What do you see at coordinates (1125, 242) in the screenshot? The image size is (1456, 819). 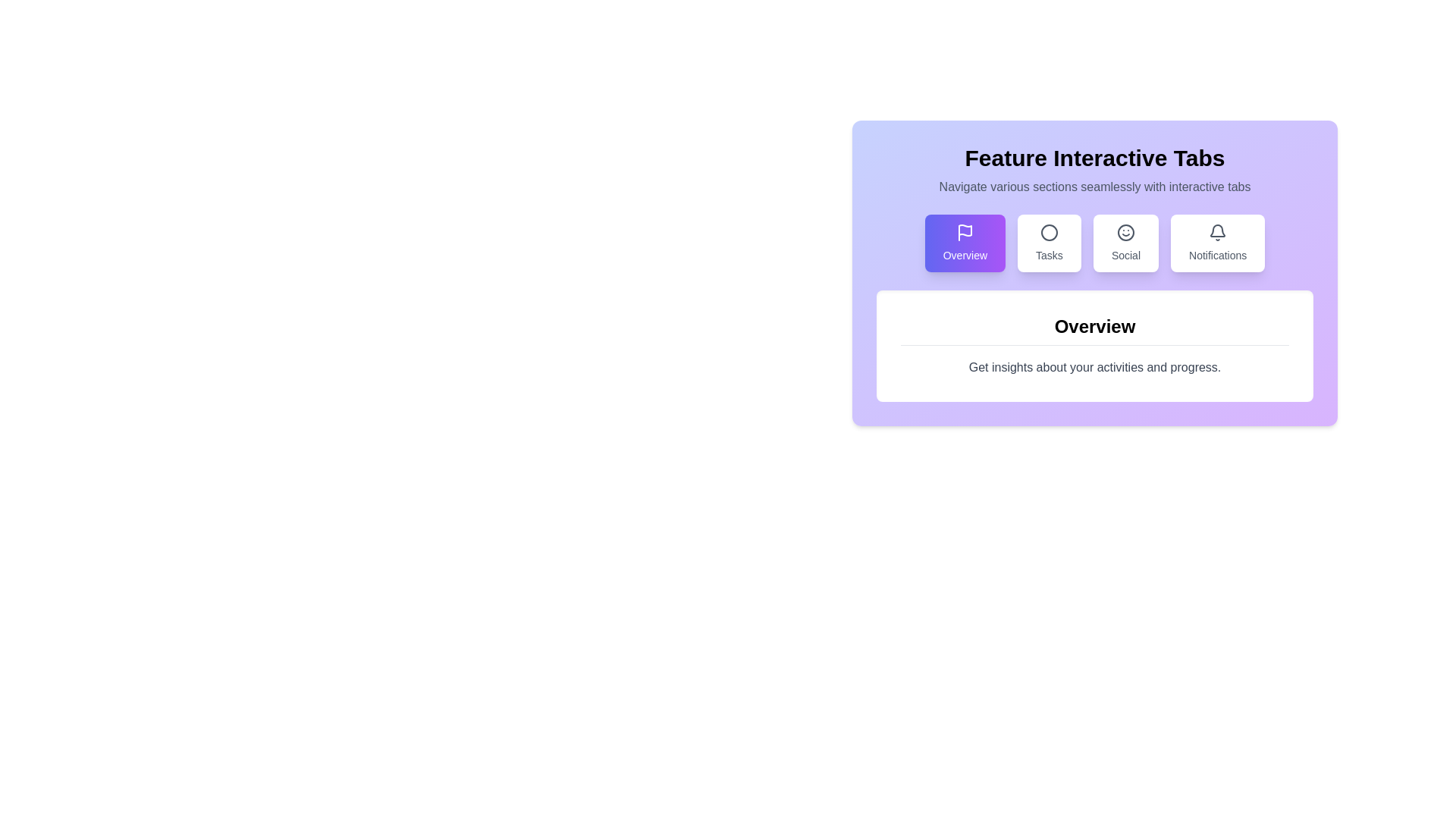 I see `the 'Social' button, which is a rounded rectangular card with a smiley face icon and labeled in gray font` at bounding box center [1125, 242].